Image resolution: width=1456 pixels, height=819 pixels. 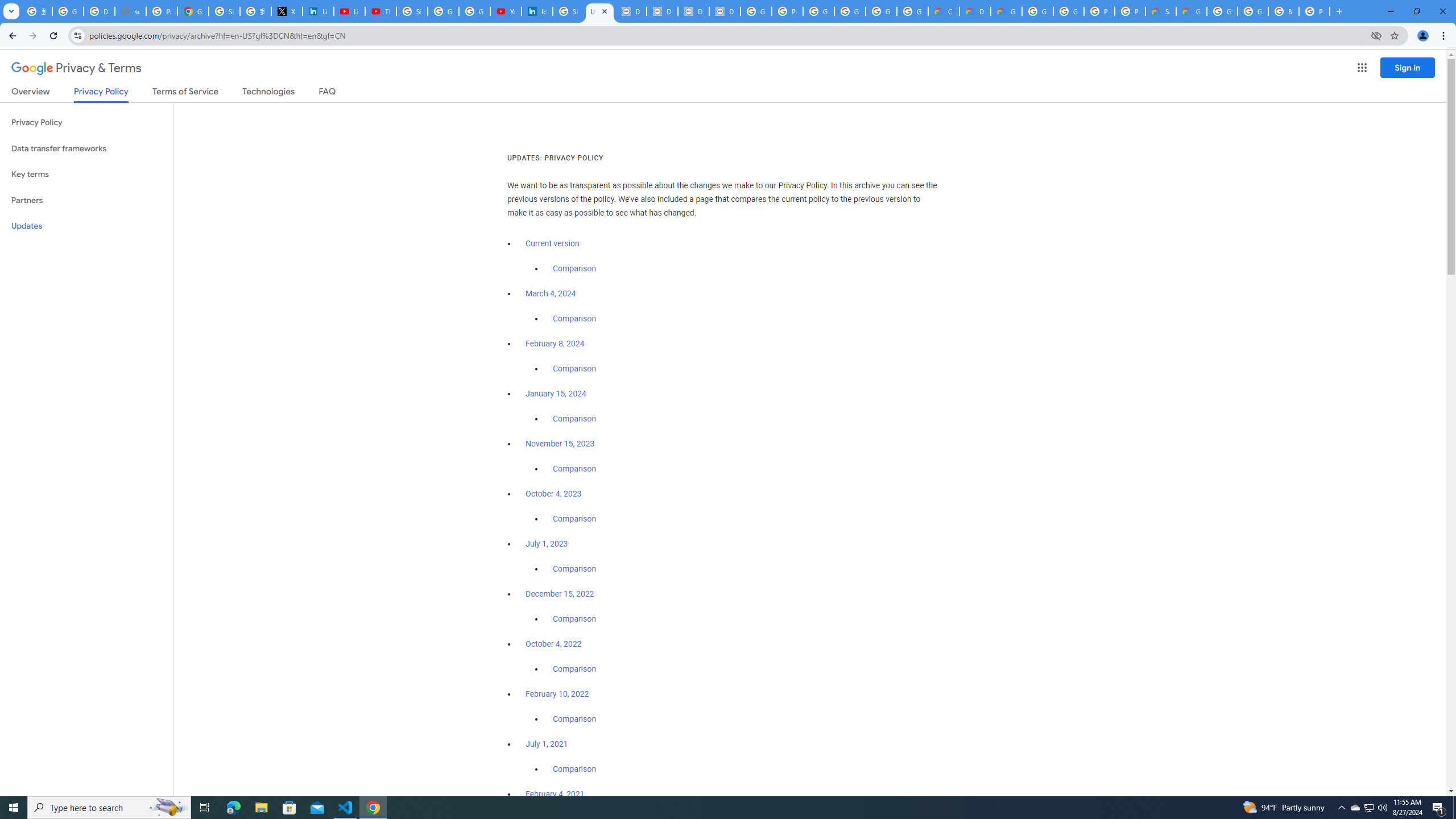 I want to click on 'February 4, 2021', so click(x=555, y=793).